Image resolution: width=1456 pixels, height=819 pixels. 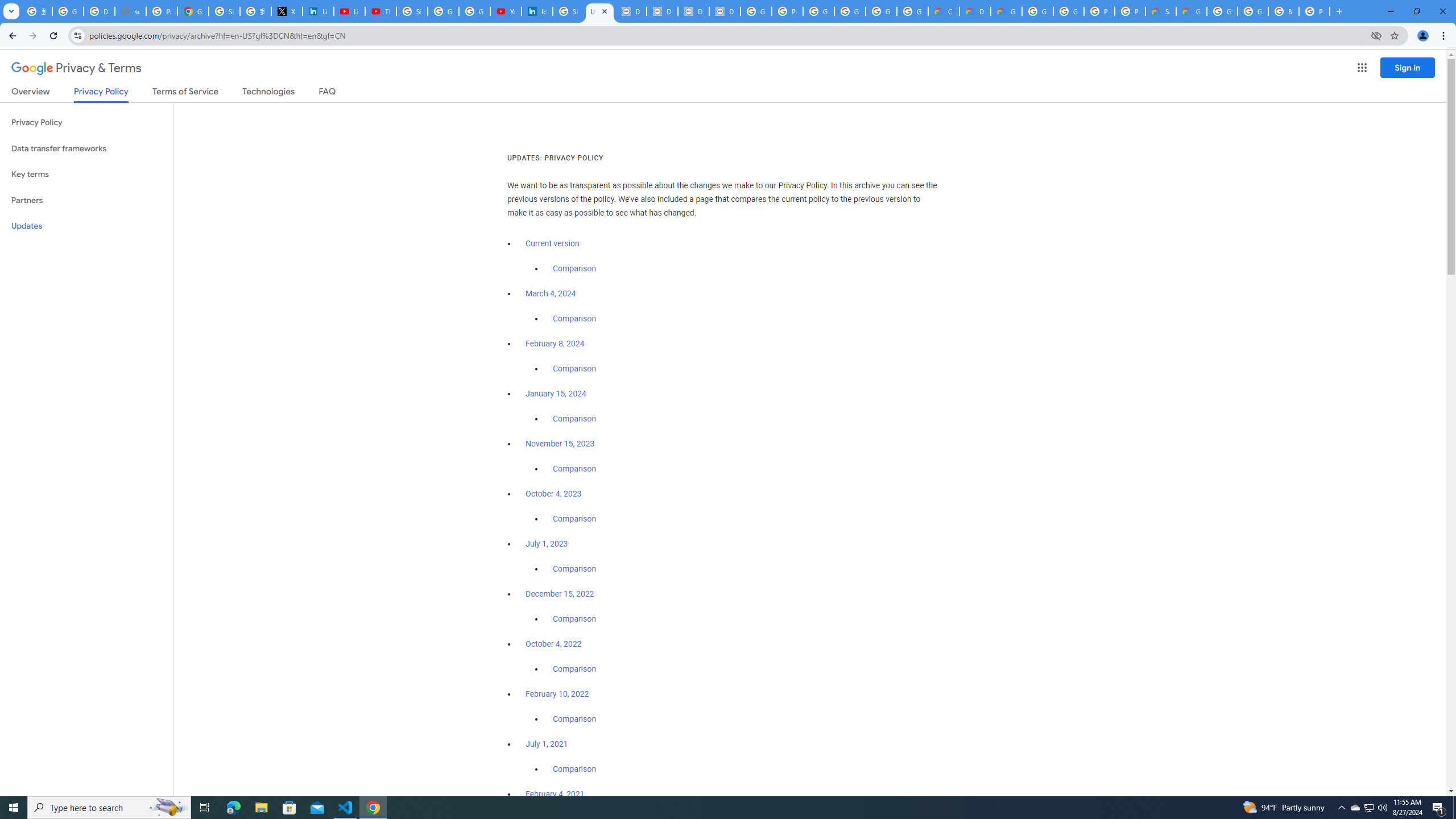 I want to click on 'February 4, 2021', so click(x=555, y=793).